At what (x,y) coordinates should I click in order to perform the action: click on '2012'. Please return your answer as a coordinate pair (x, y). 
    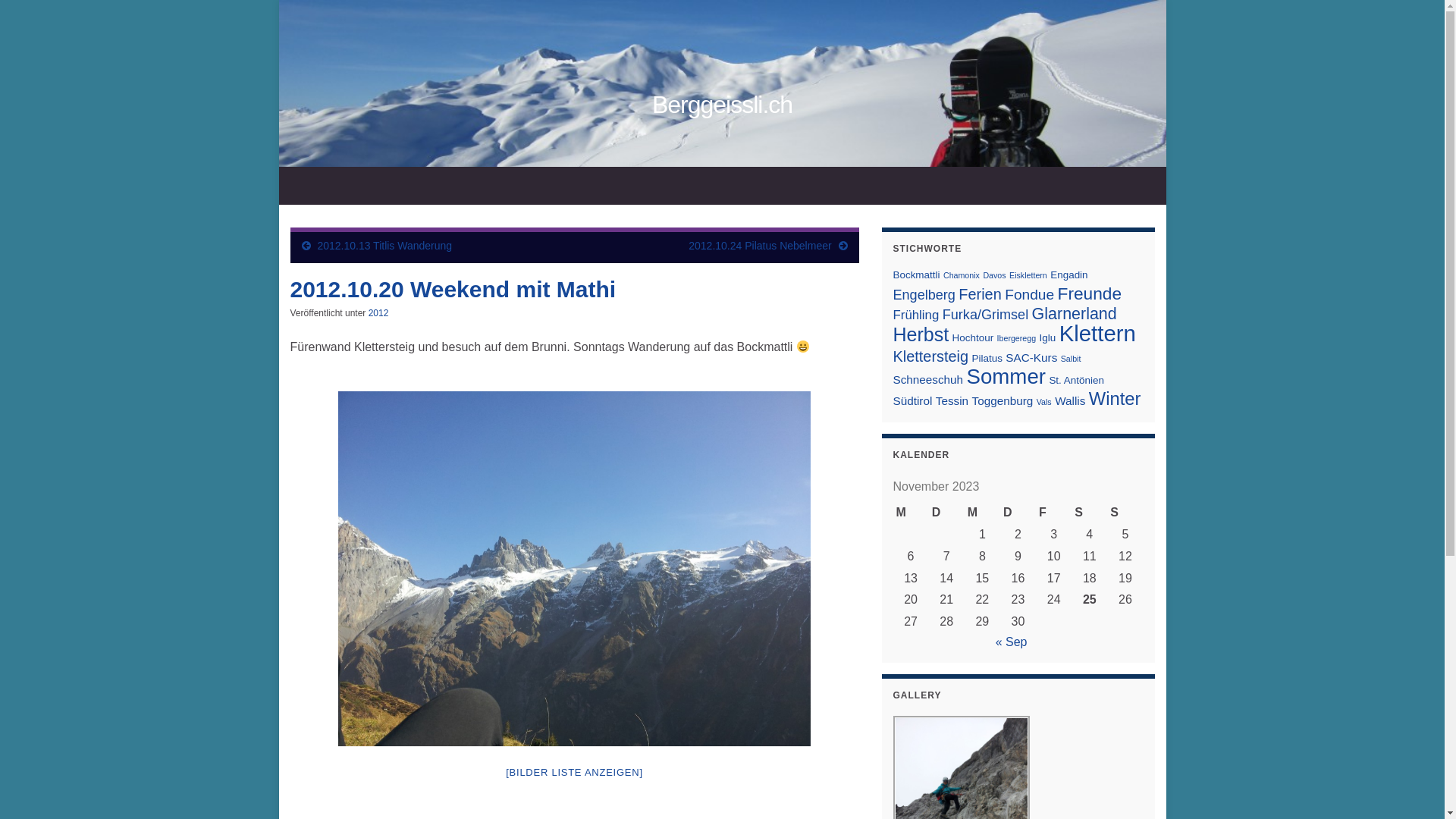
    Looking at the image, I should click on (368, 312).